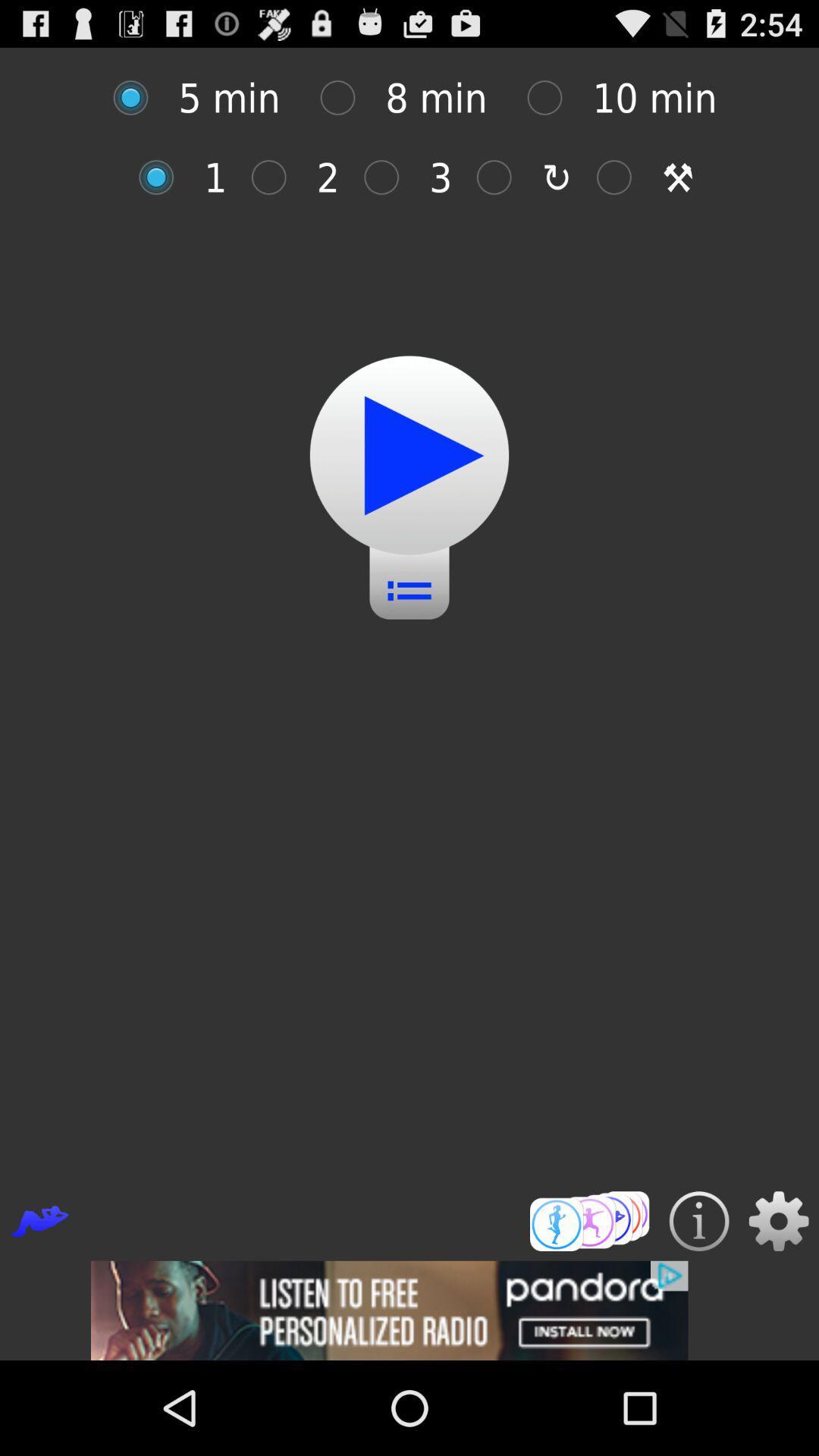  Describe the element at coordinates (699, 1221) in the screenshot. I see `information symbol` at that location.